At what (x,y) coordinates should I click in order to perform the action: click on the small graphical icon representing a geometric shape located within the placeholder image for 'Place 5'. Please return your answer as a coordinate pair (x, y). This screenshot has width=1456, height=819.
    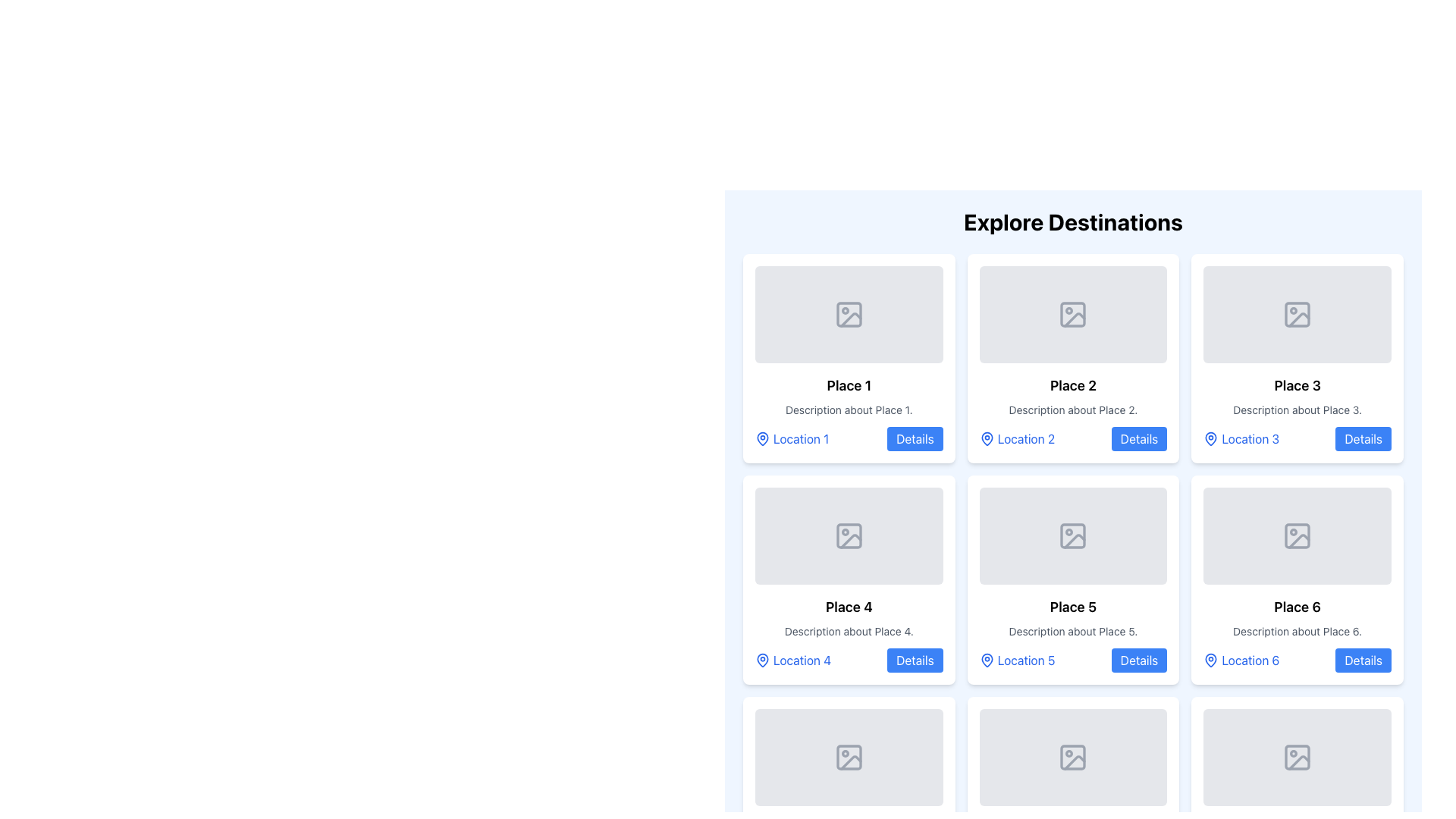
    Looking at the image, I should click on (1074, 540).